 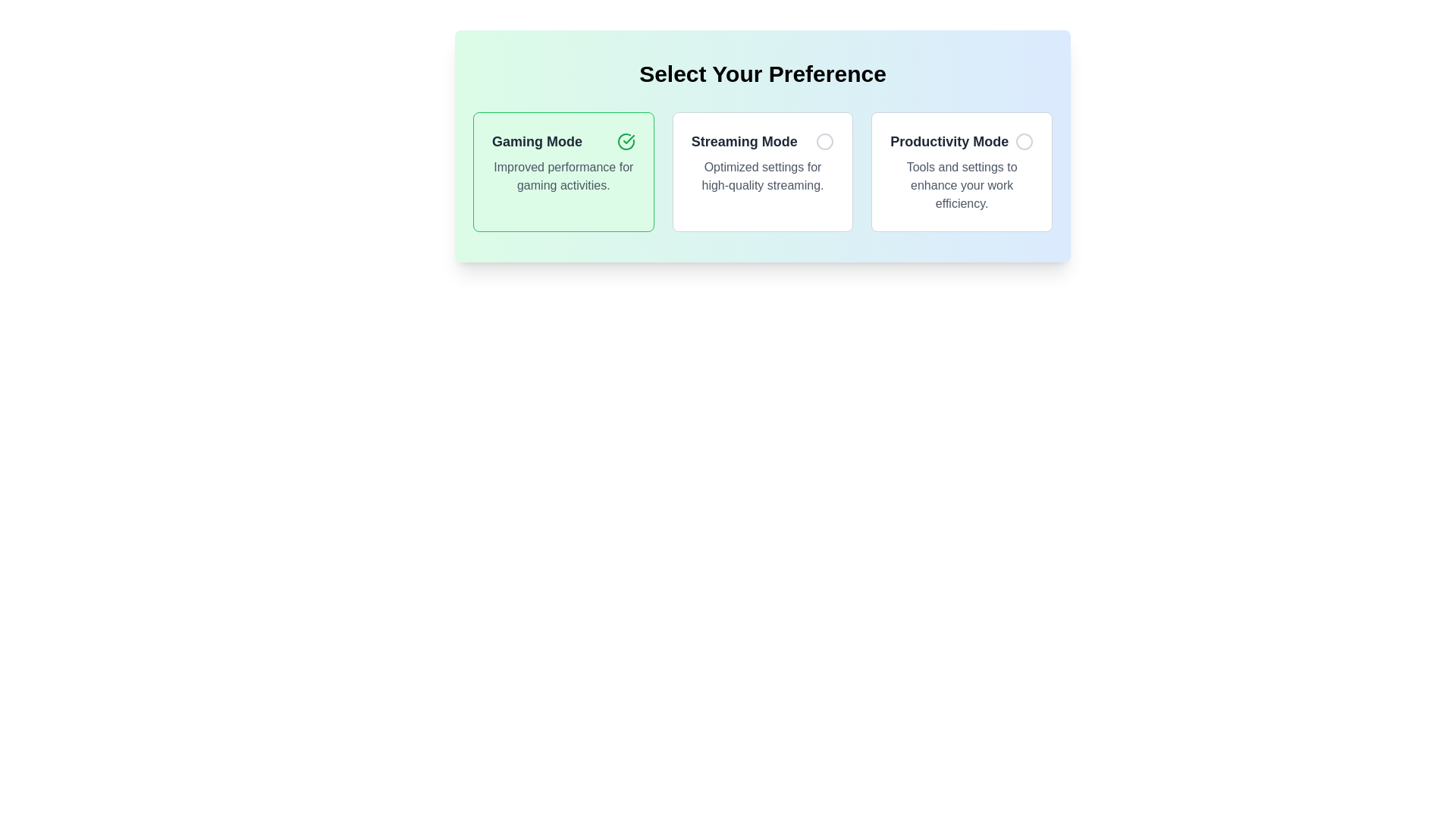 What do you see at coordinates (626, 141) in the screenshot?
I see `the green checkmark icon that indicates the active state of the 'Gaming Mode' preference` at bounding box center [626, 141].